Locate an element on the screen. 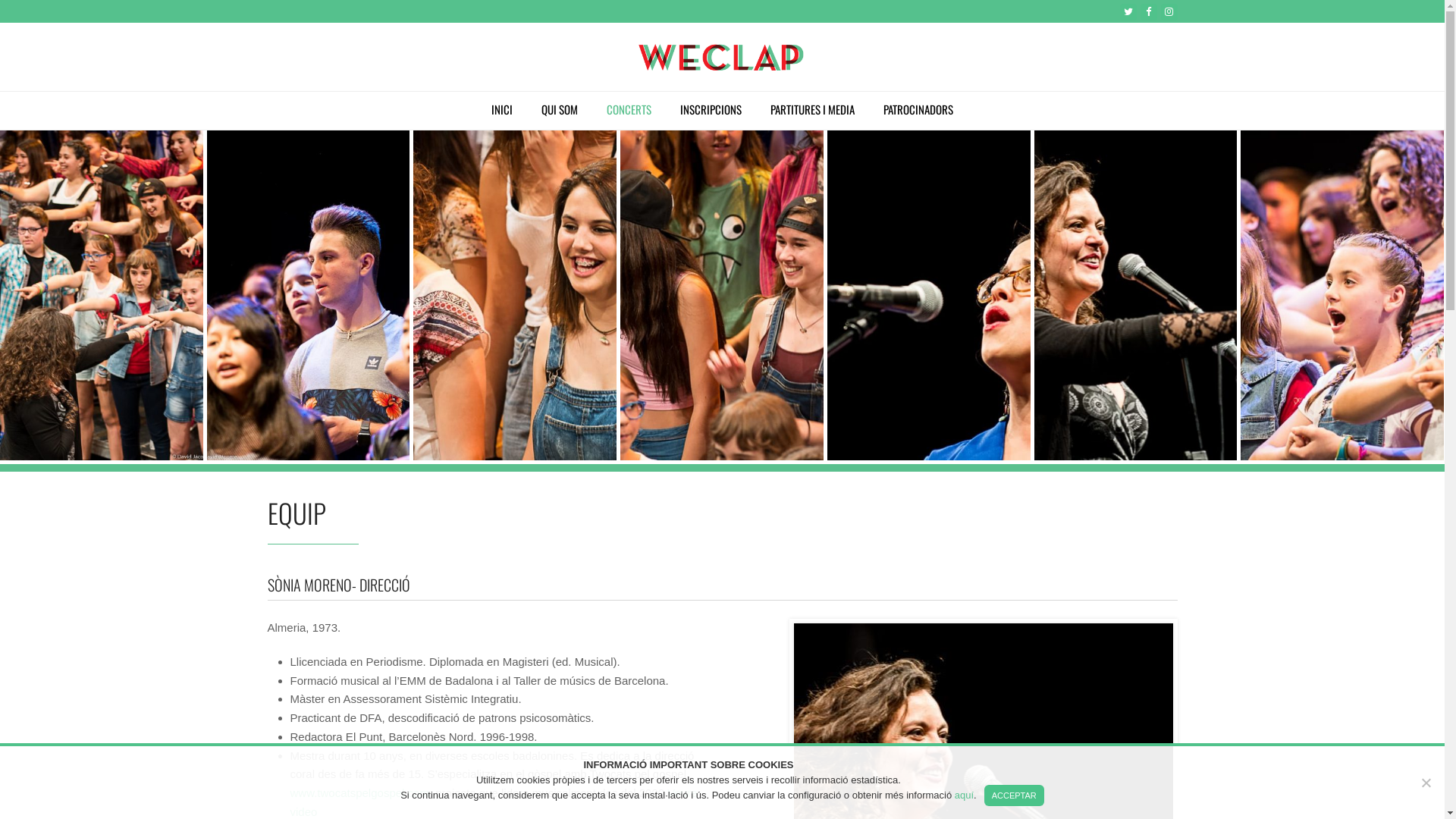 This screenshot has height=819, width=1456. 'PARTITURES I MEDIA' is located at coordinates (811, 110).